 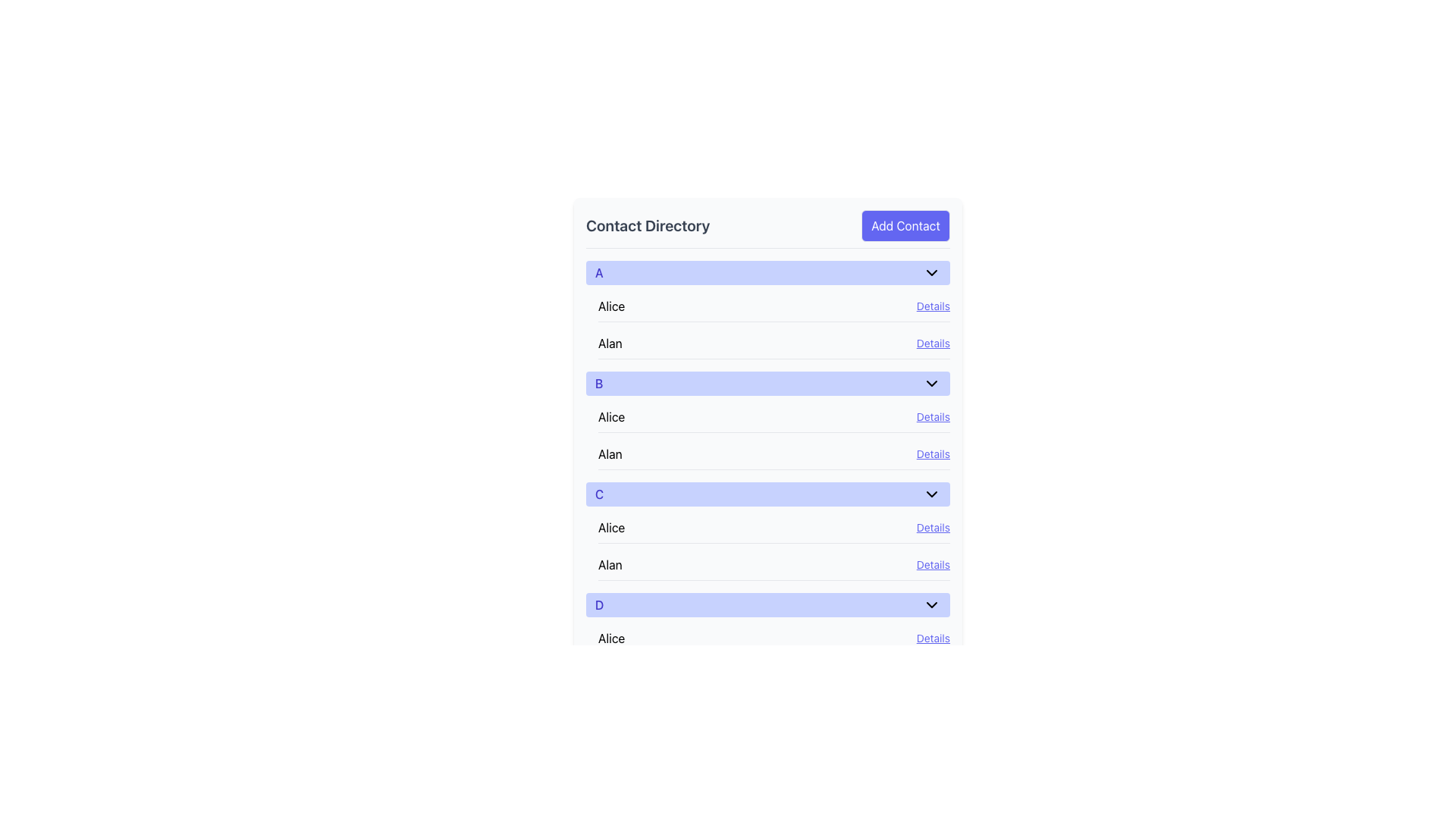 What do you see at coordinates (930, 494) in the screenshot?
I see `the toggle icon located at the right end of the blue header labeled 'C' in the third section` at bounding box center [930, 494].